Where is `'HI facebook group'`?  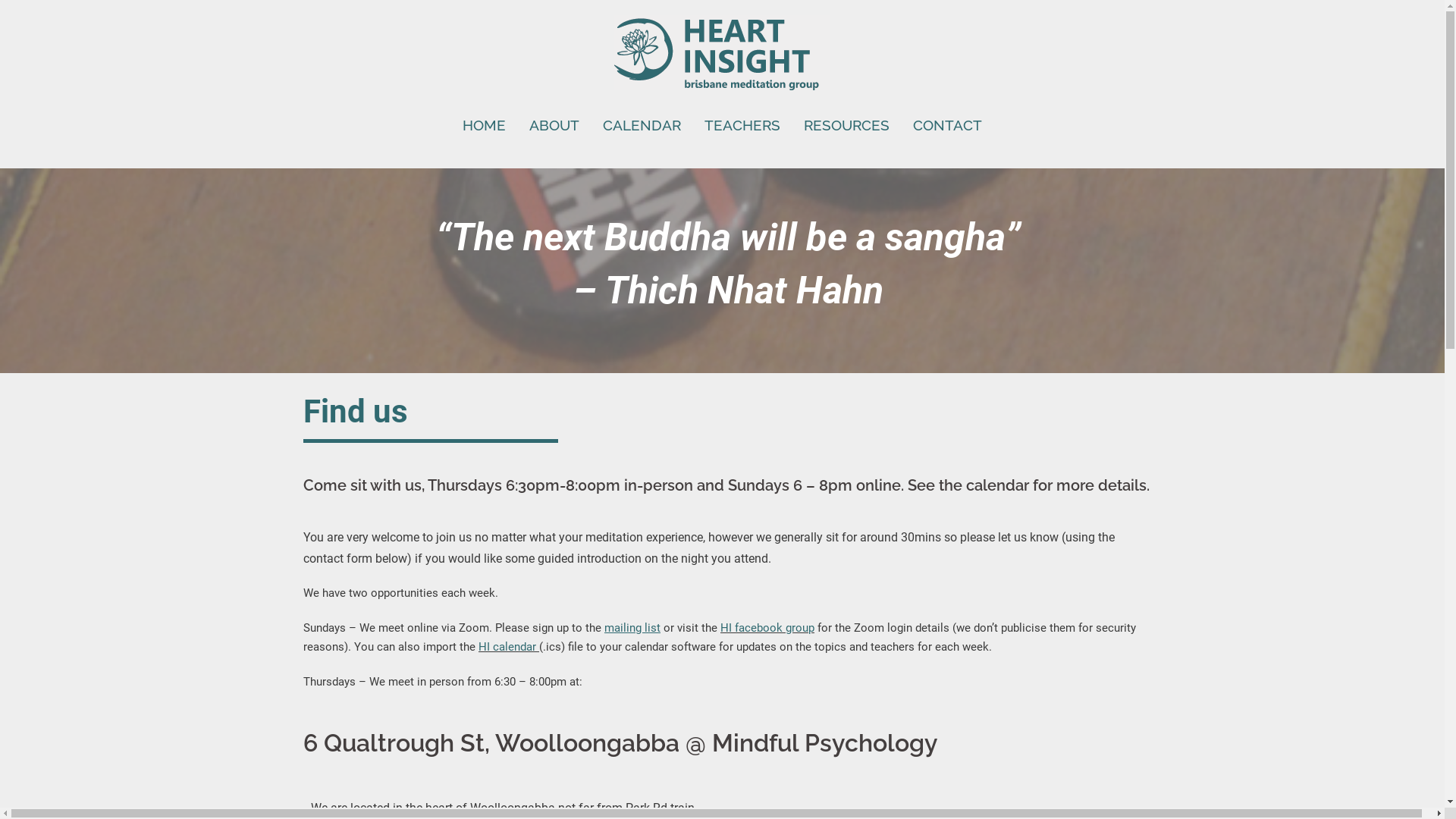
'HI facebook group' is located at coordinates (767, 628).